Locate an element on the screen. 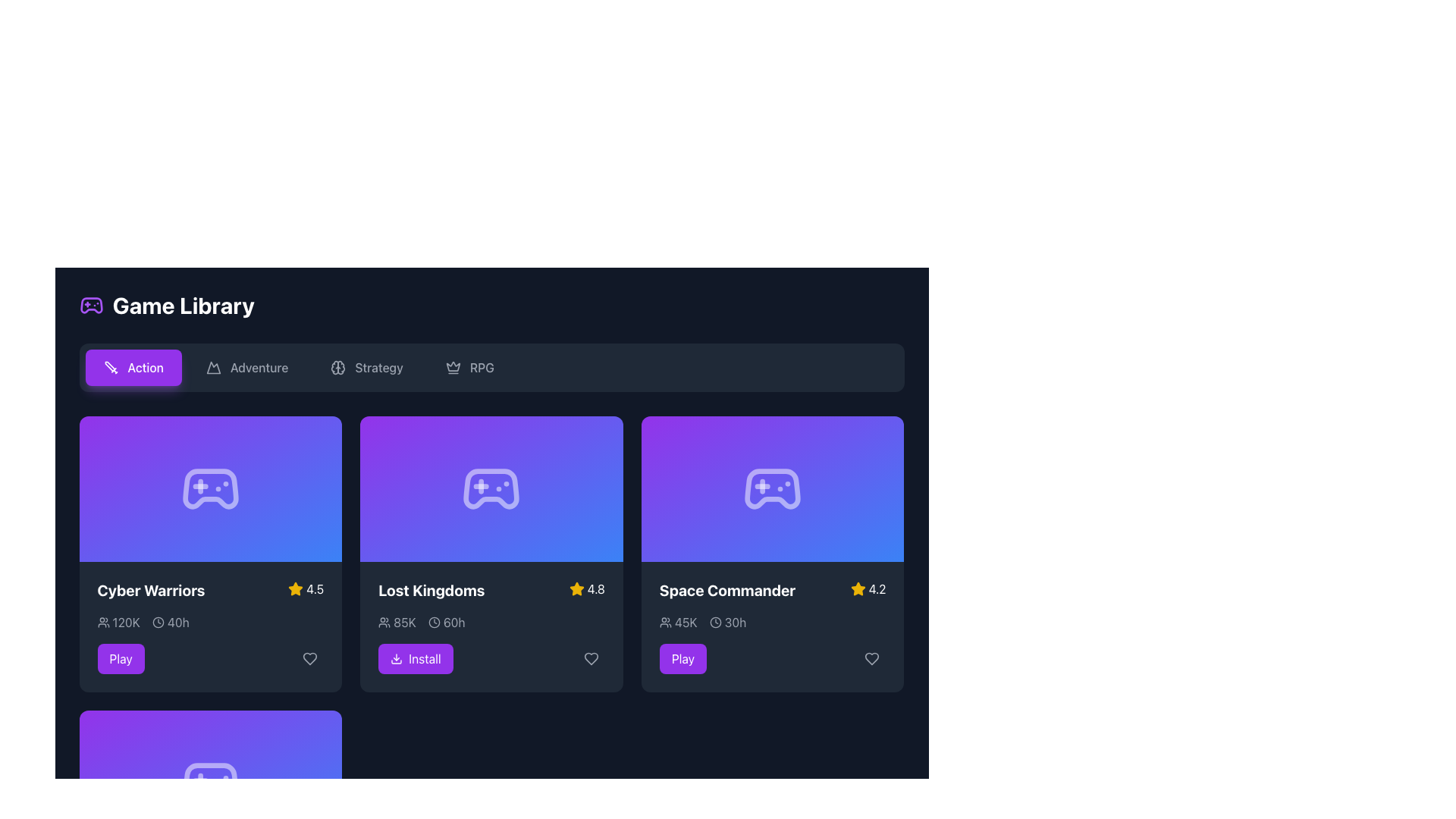 Image resolution: width=1456 pixels, height=819 pixels. the text label displaying '4.8' in white font, part of the rating feature on the game card labeled 'Lost Kingdoms', located near the yellow star symbol in the middle column of the card is located at coordinates (595, 588).